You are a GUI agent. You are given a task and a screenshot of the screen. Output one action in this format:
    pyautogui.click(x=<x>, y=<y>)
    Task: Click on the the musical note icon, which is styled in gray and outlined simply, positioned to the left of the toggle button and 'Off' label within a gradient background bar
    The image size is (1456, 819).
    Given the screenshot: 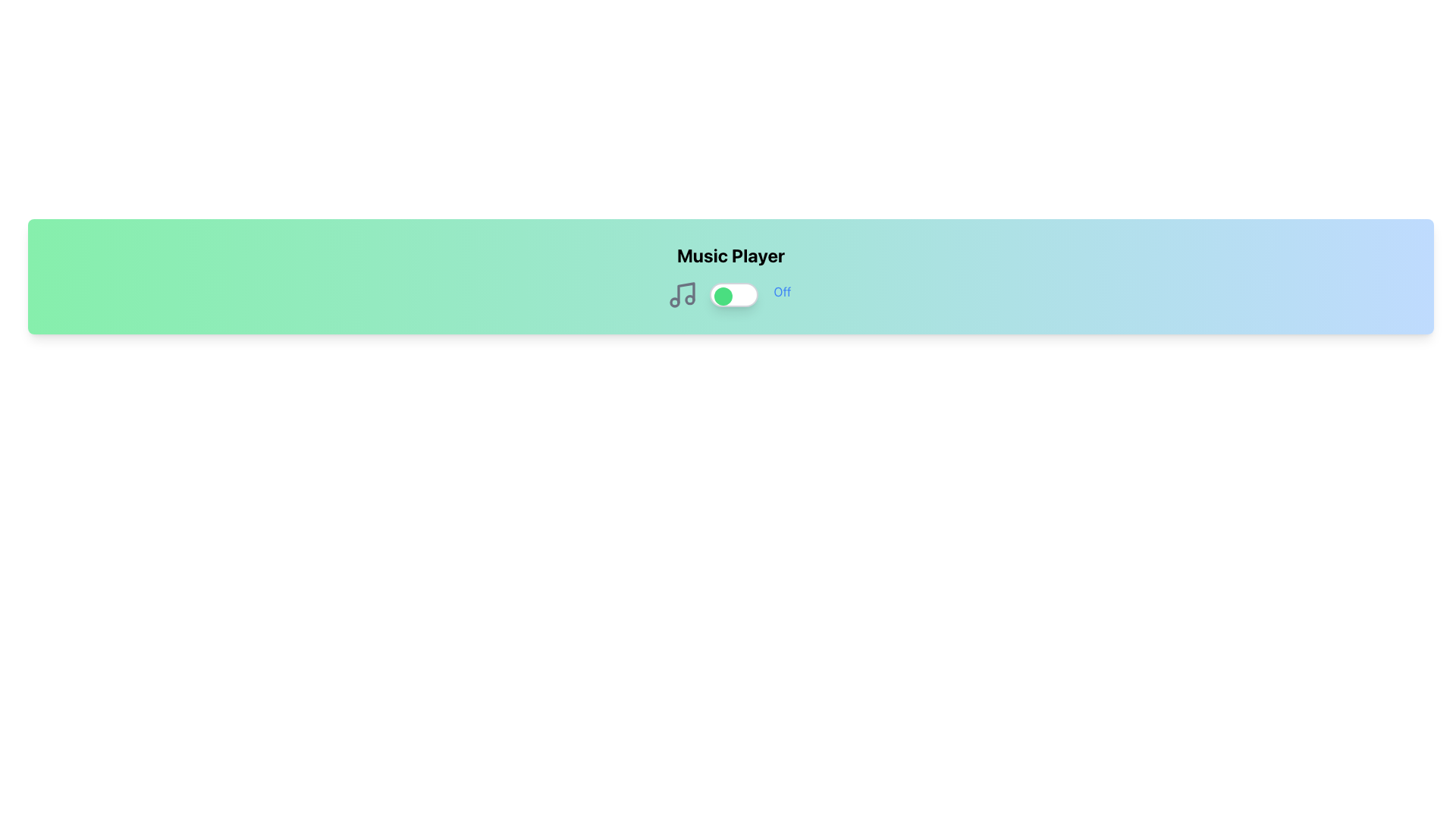 What is the action you would take?
    pyautogui.click(x=682, y=295)
    